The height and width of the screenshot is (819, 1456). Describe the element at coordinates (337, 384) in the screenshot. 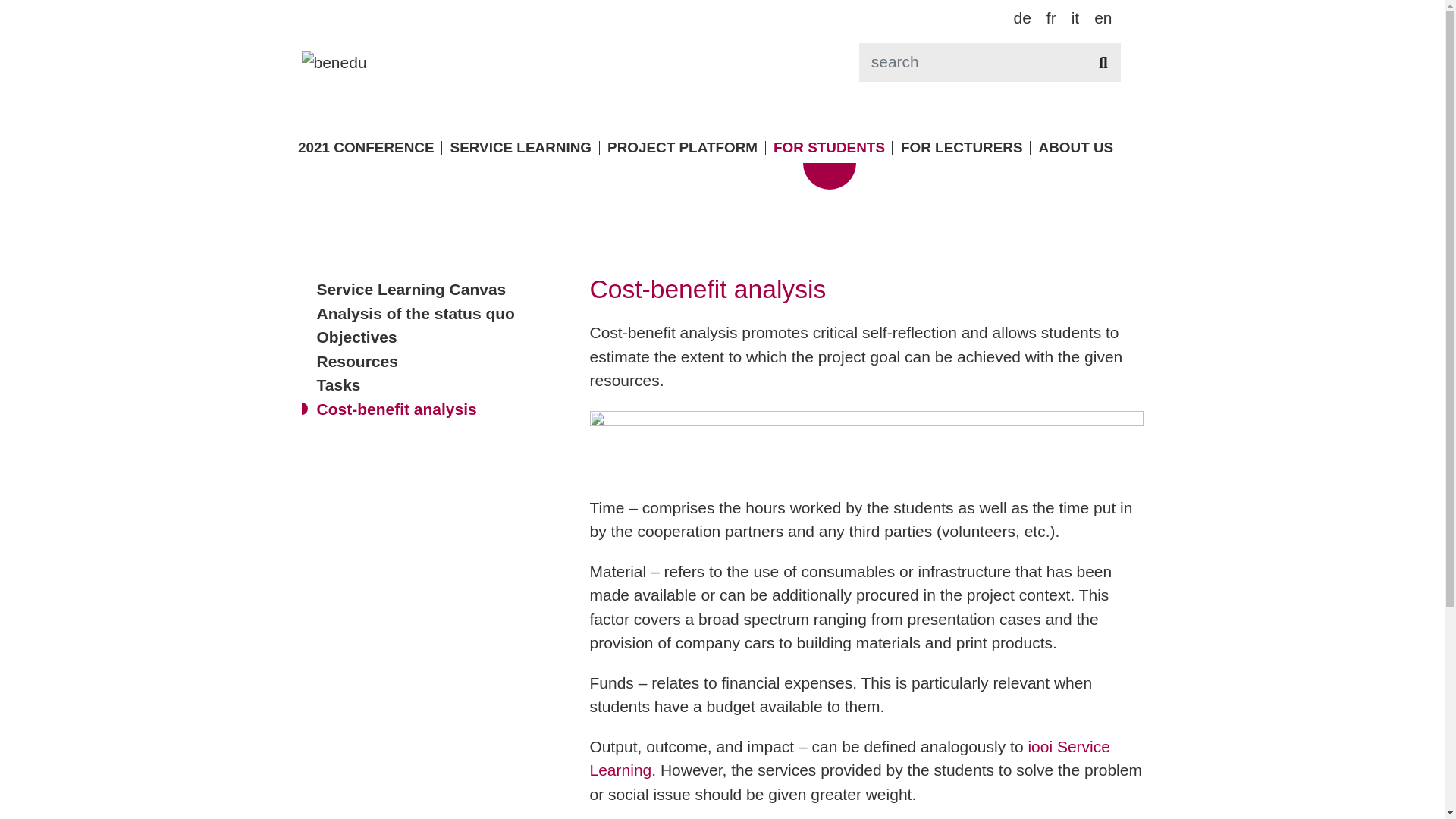

I see `'Tasks'` at that location.